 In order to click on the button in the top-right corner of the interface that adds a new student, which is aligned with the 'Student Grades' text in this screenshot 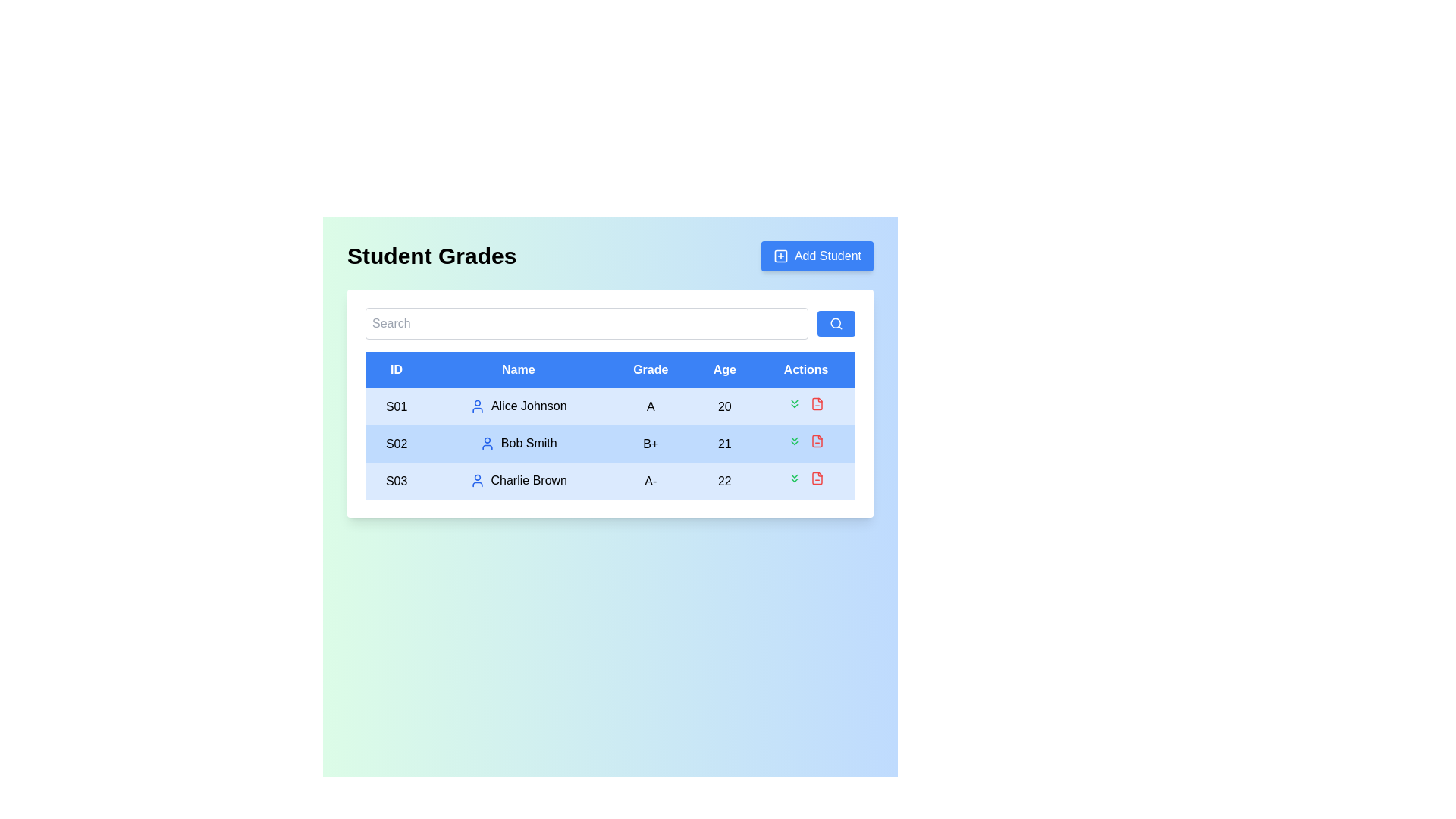, I will do `click(816, 256)`.